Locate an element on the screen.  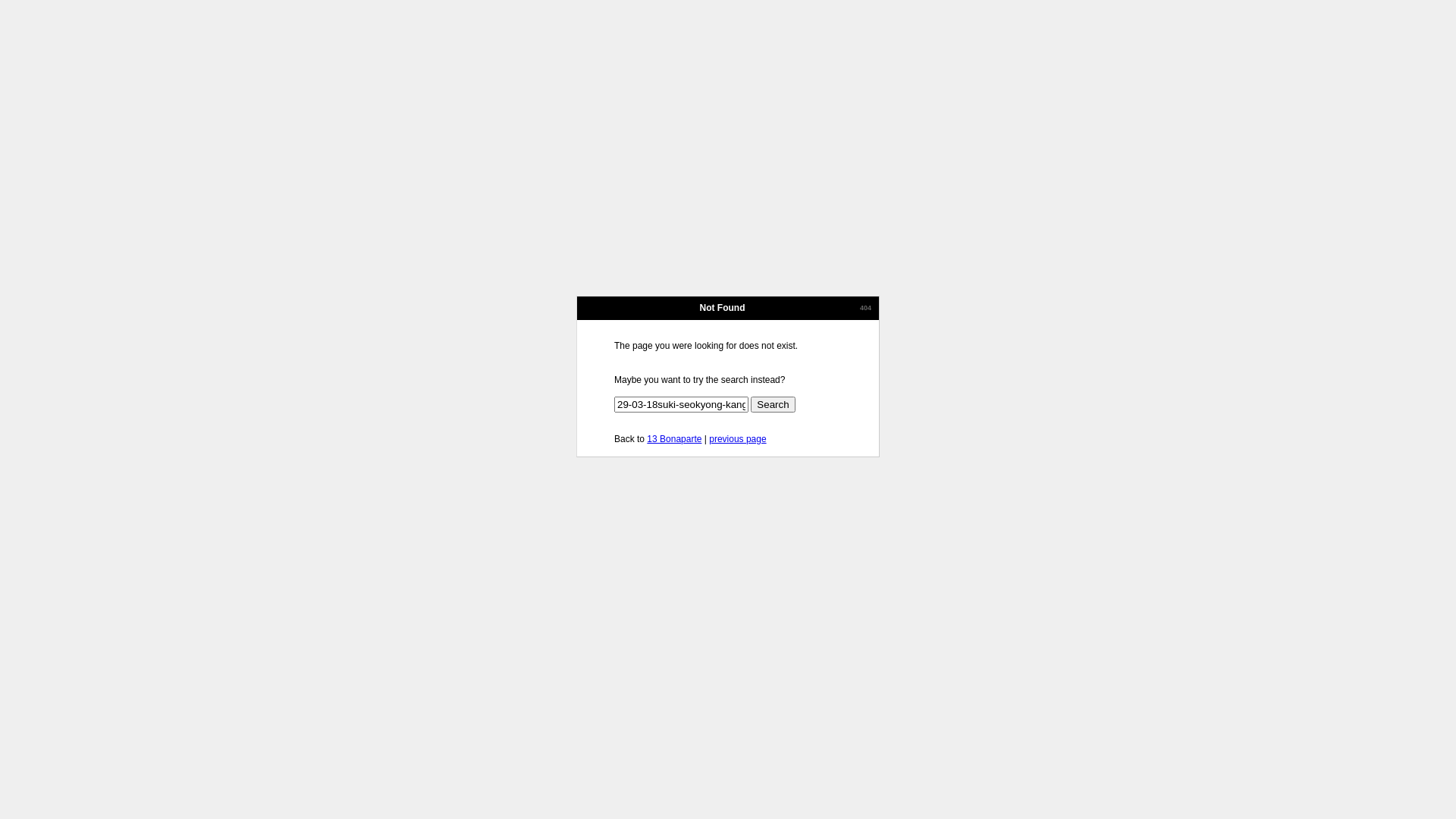
'previous page' is located at coordinates (737, 438).